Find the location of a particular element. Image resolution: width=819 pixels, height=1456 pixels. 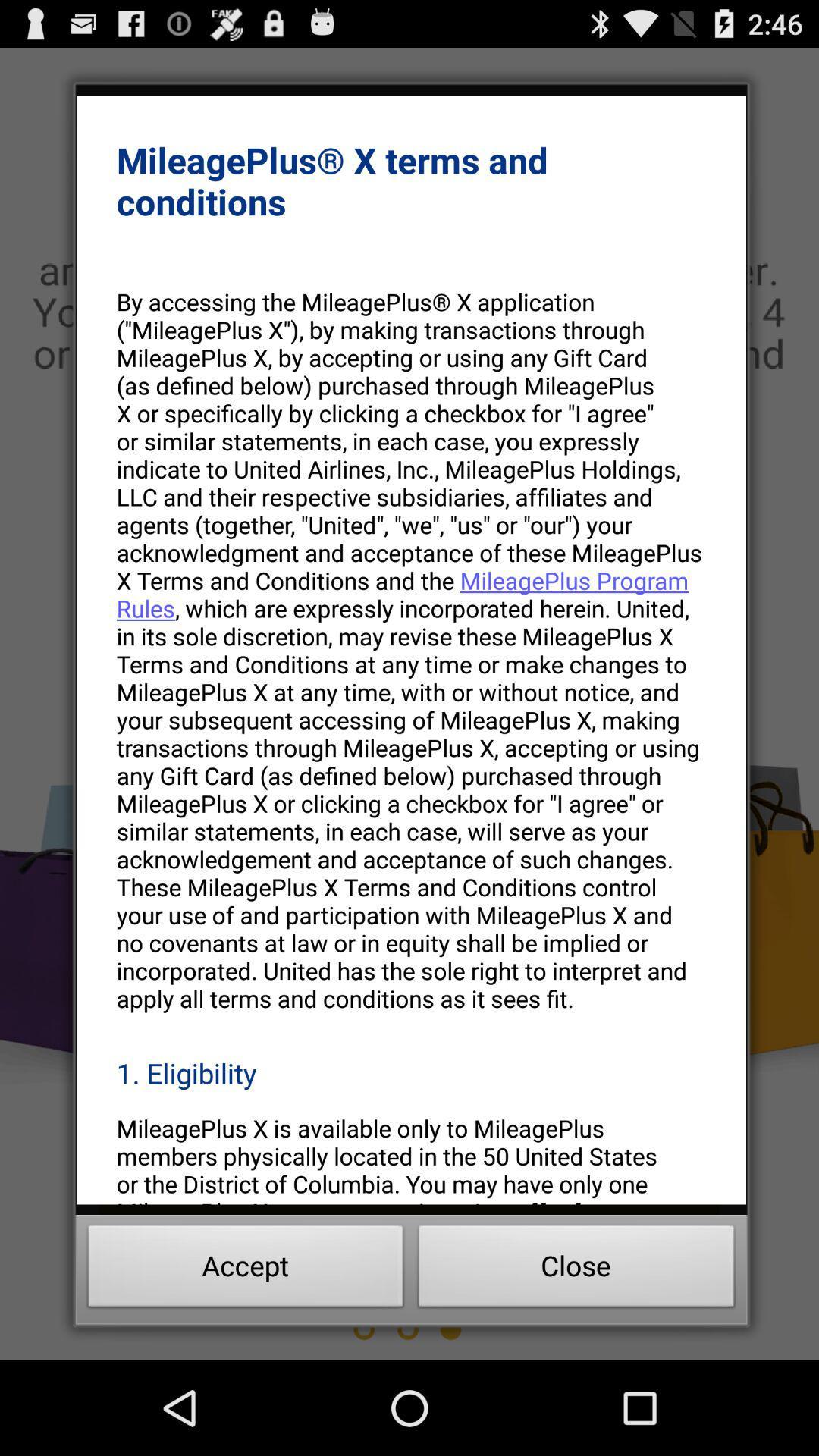

the icon next to the close icon is located at coordinates (245, 1270).